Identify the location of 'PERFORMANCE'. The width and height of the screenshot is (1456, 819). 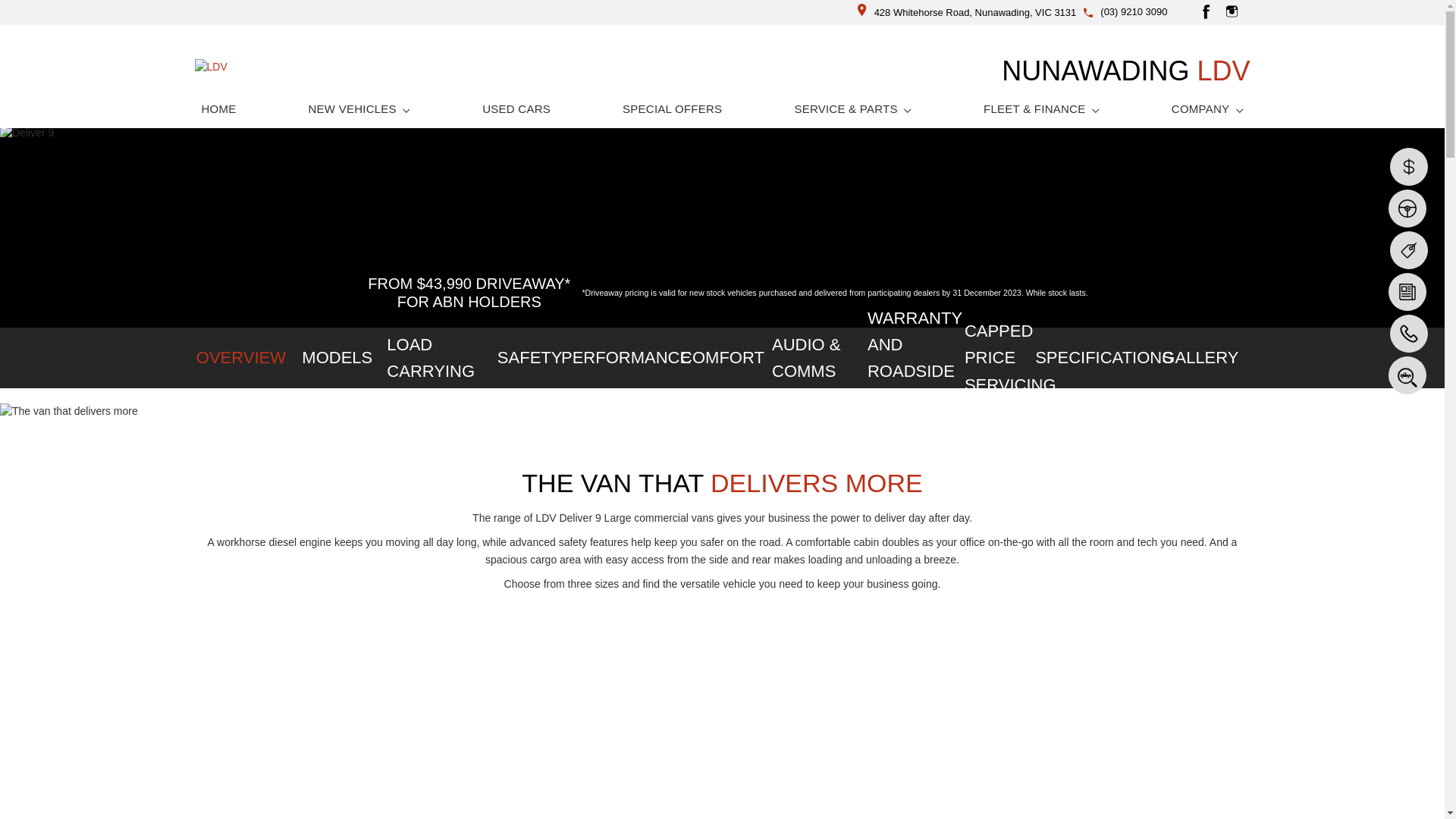
(626, 357).